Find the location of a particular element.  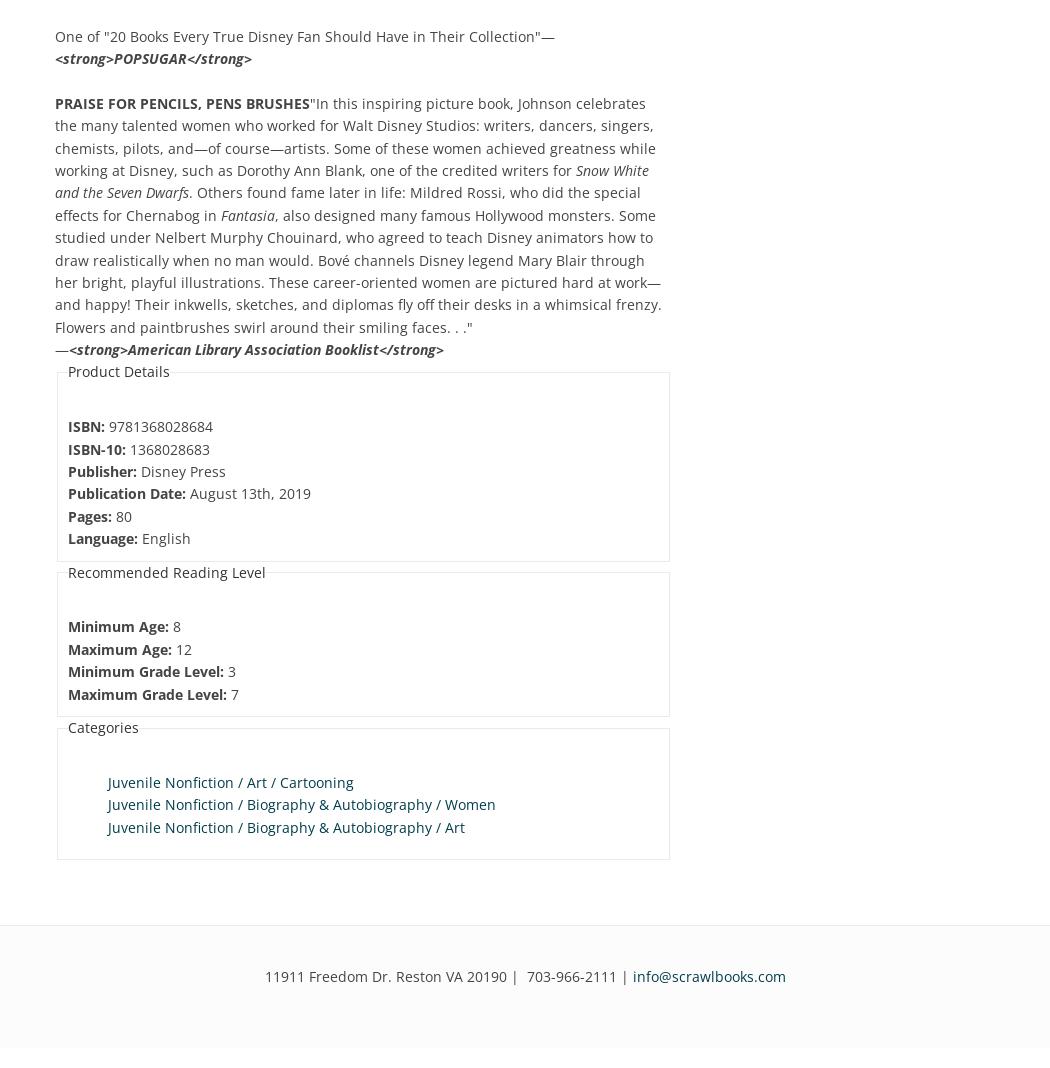

'English' is located at coordinates (164, 537).